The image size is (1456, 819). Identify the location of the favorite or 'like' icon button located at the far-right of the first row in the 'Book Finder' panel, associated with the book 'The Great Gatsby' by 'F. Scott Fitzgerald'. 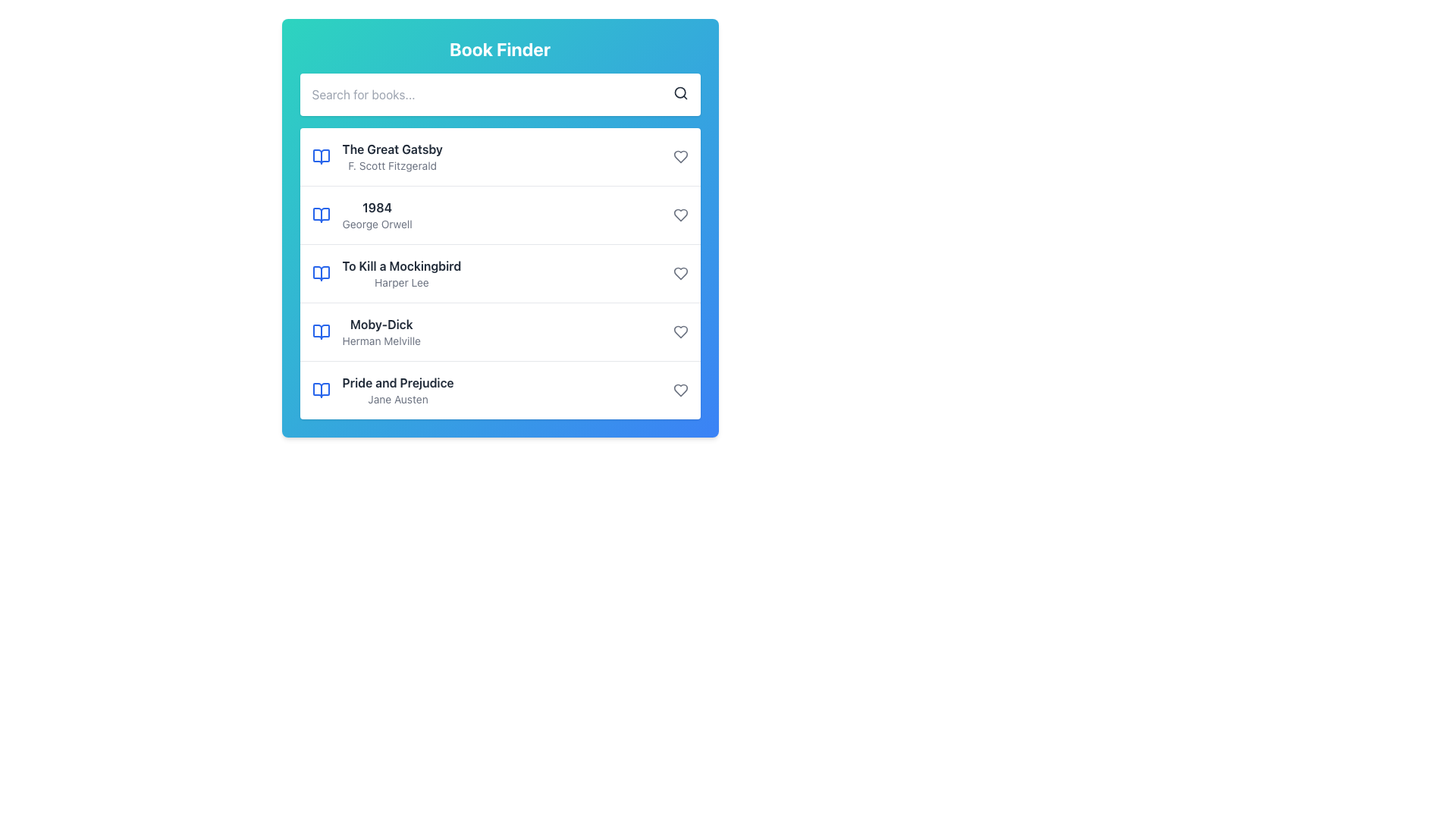
(679, 157).